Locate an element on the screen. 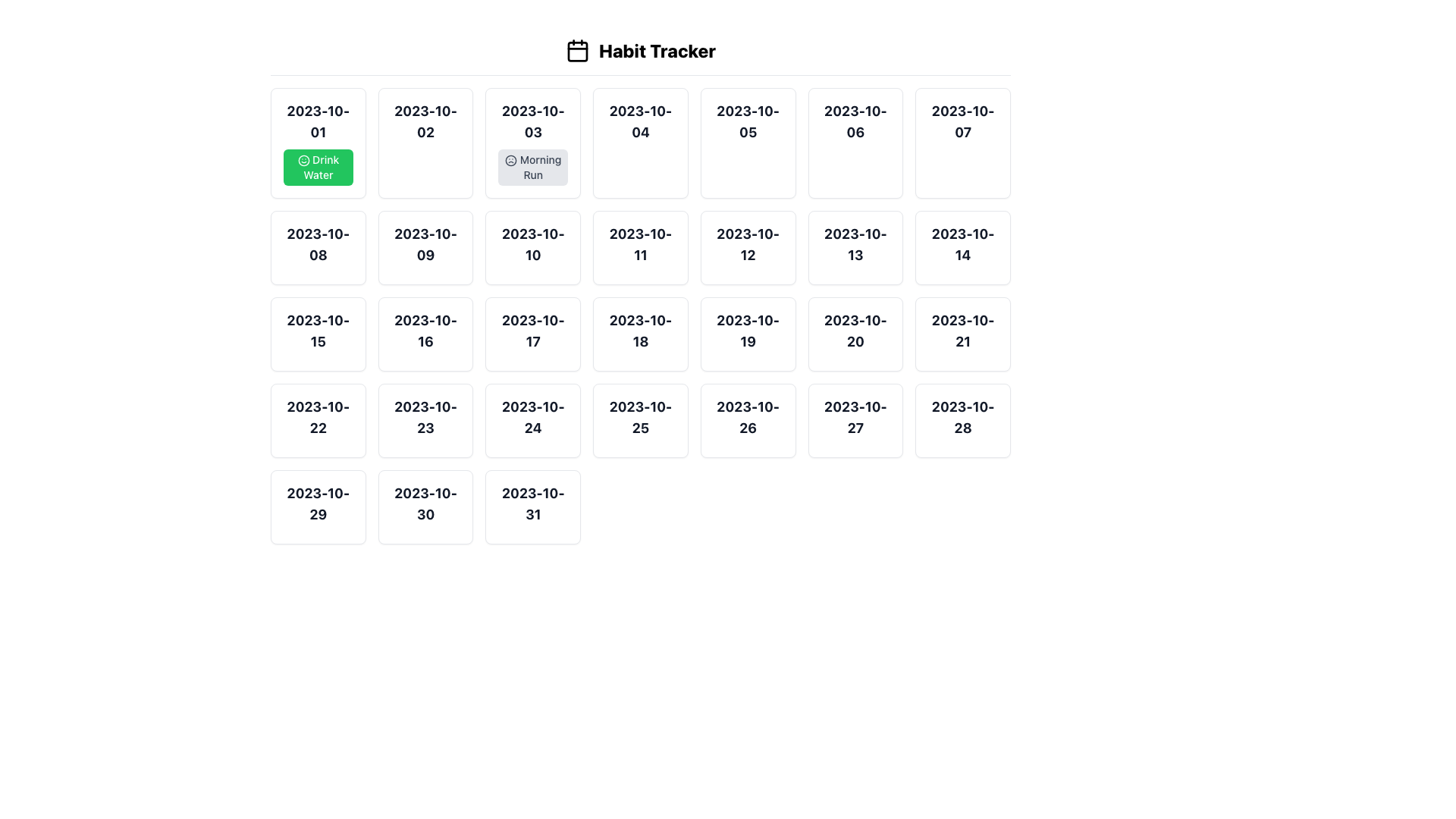 Image resolution: width=1456 pixels, height=819 pixels. the Text Label displaying the date '2023-10-17' which is located in the third row and third column of the calendar grid is located at coordinates (533, 330).